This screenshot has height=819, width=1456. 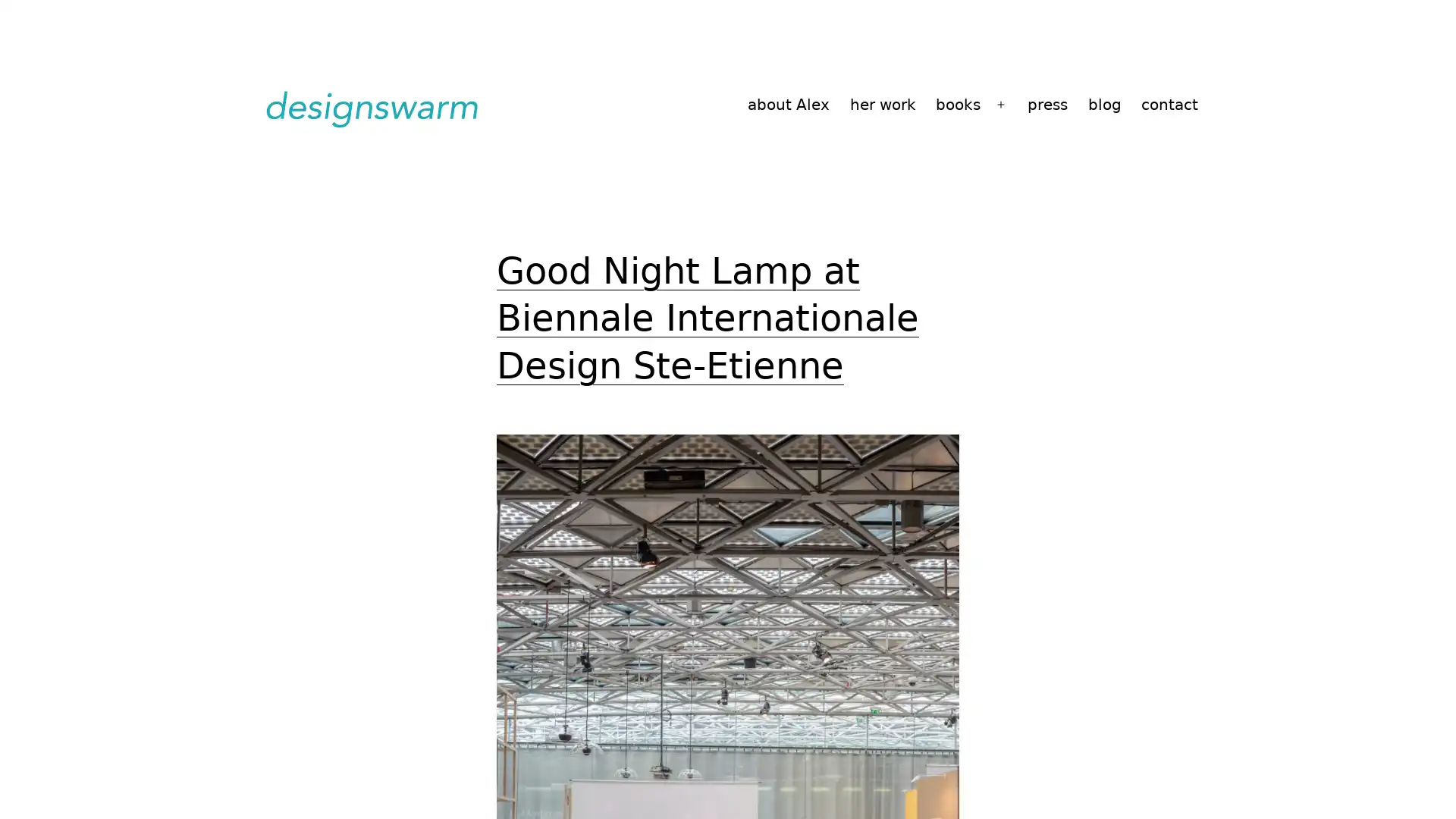 What do you see at coordinates (1001, 104) in the screenshot?
I see `Open menu` at bounding box center [1001, 104].